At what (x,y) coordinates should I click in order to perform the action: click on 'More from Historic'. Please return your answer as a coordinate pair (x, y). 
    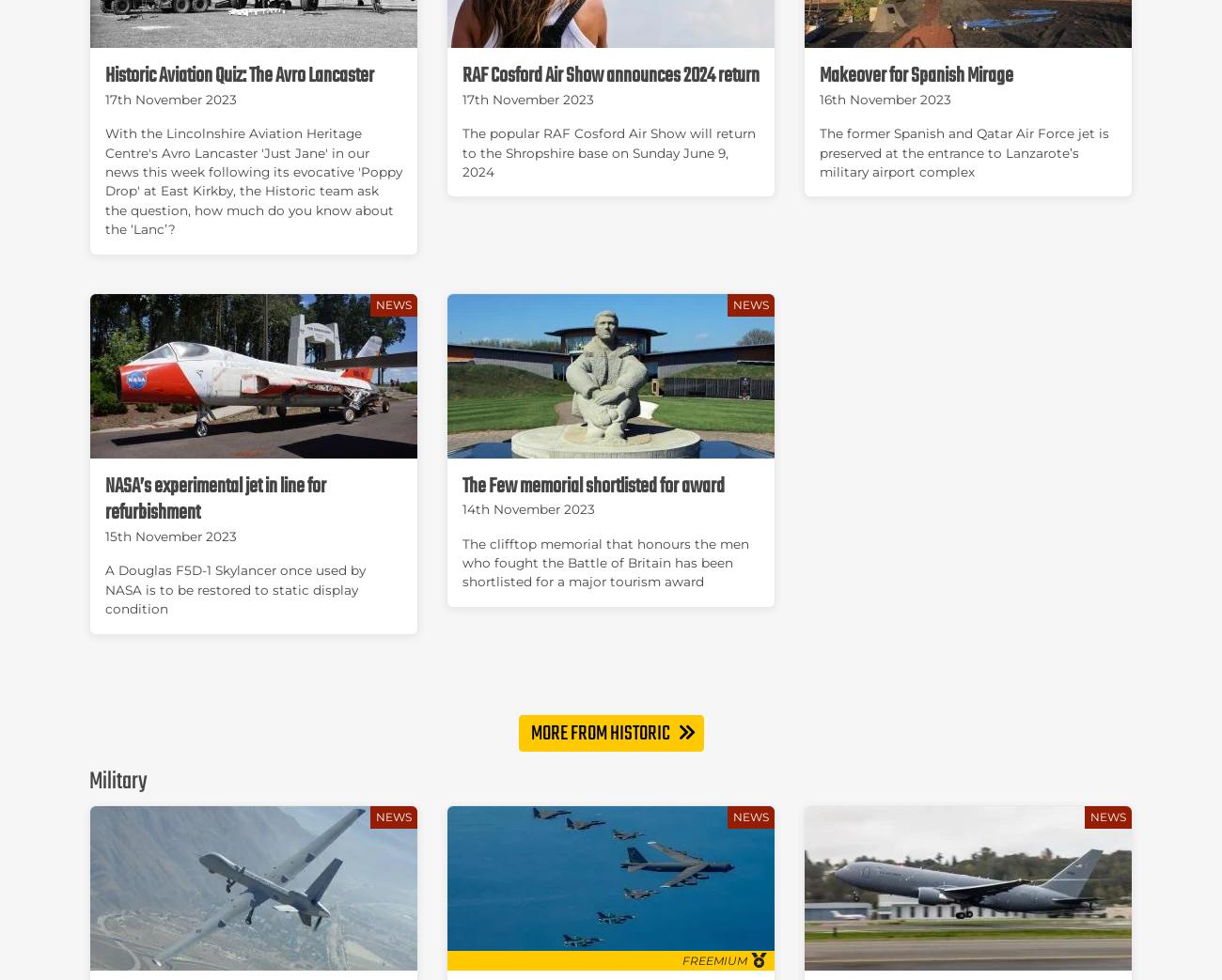
    Looking at the image, I should click on (600, 731).